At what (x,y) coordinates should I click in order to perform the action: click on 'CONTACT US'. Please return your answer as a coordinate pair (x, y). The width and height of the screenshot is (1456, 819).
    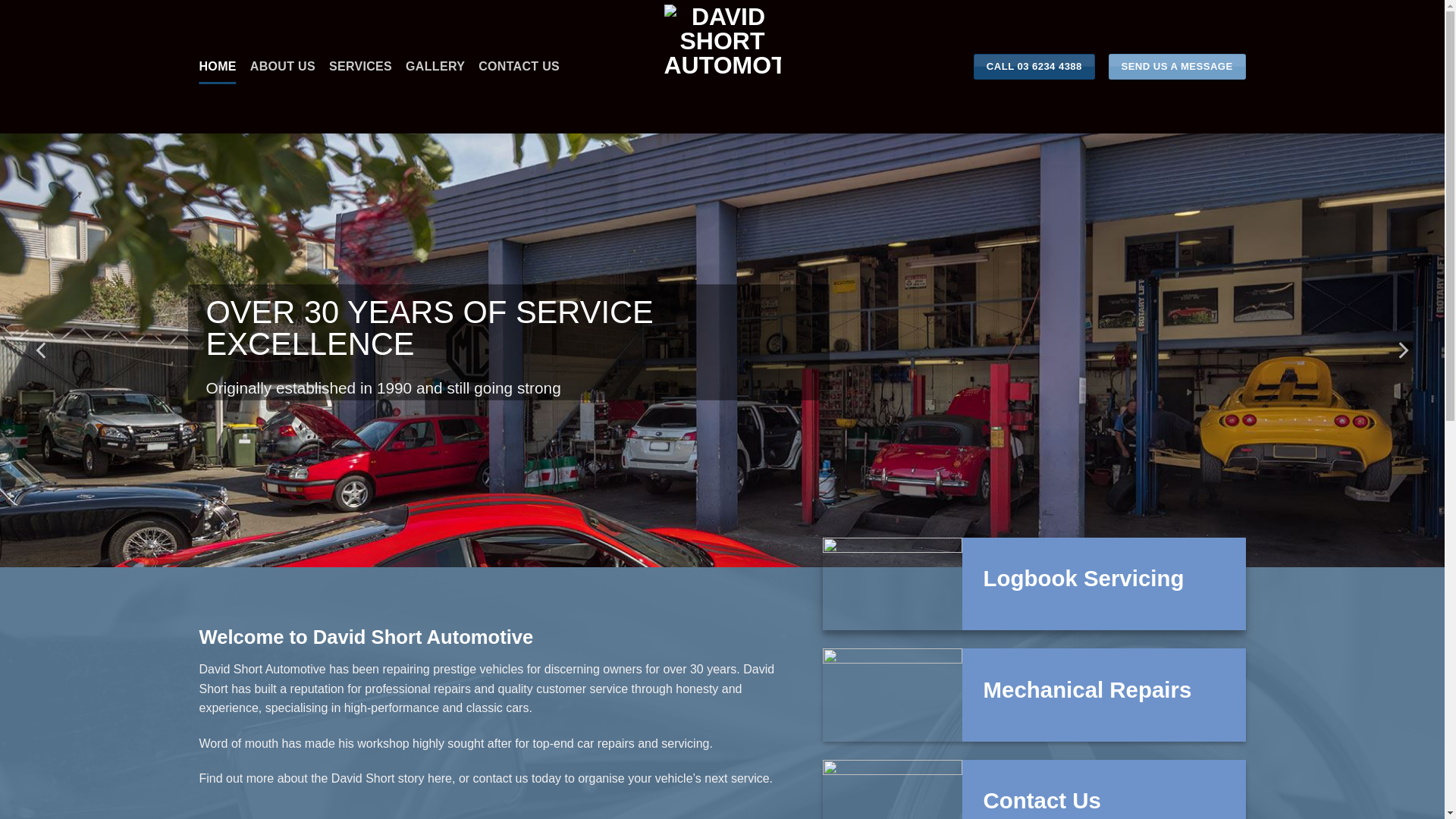
    Looking at the image, I should click on (519, 66).